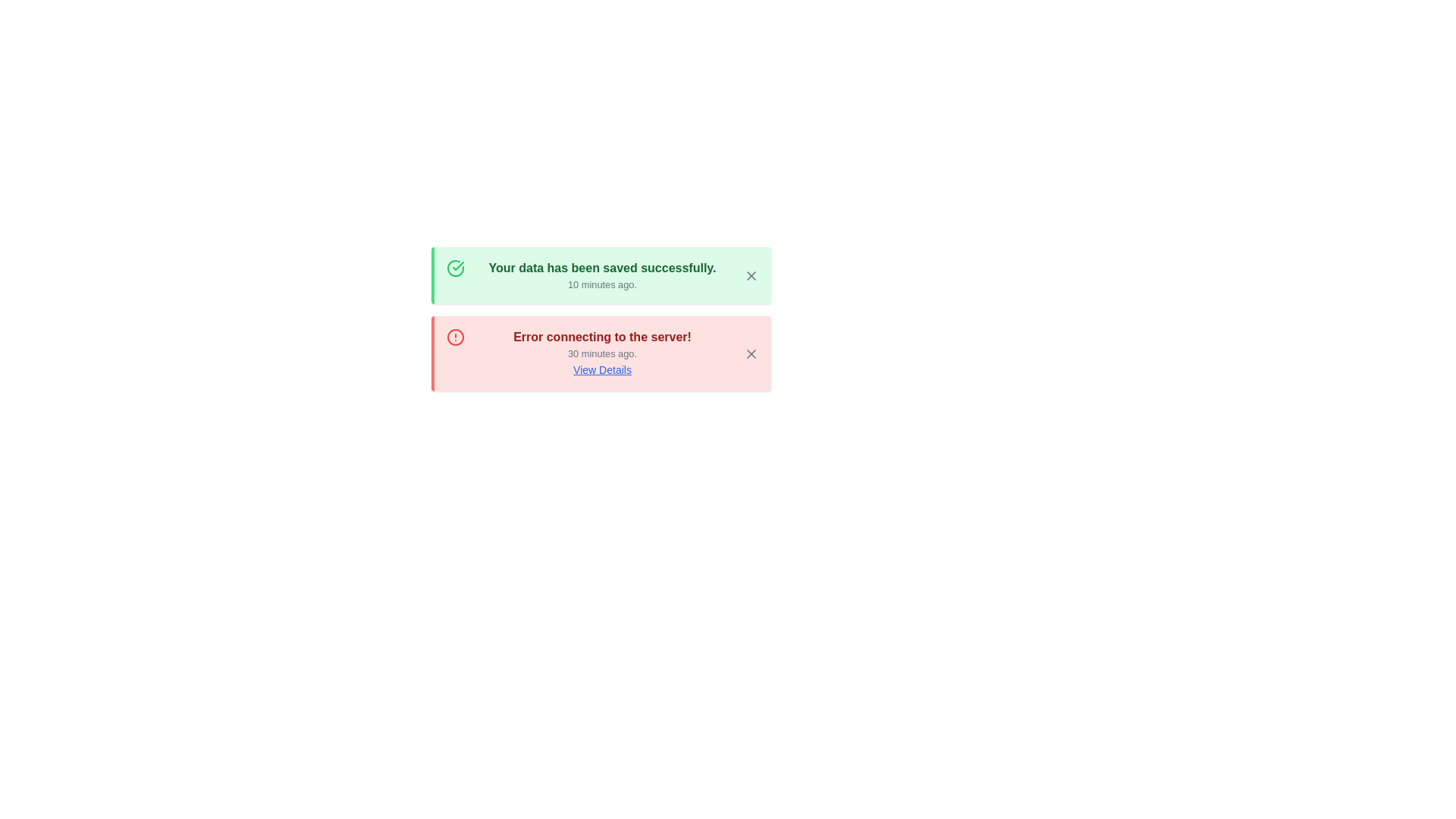 The image size is (1456, 819). What do you see at coordinates (751, 353) in the screenshot?
I see `the close button located in the top-right corner of the red notification card to dismiss the notification message` at bounding box center [751, 353].